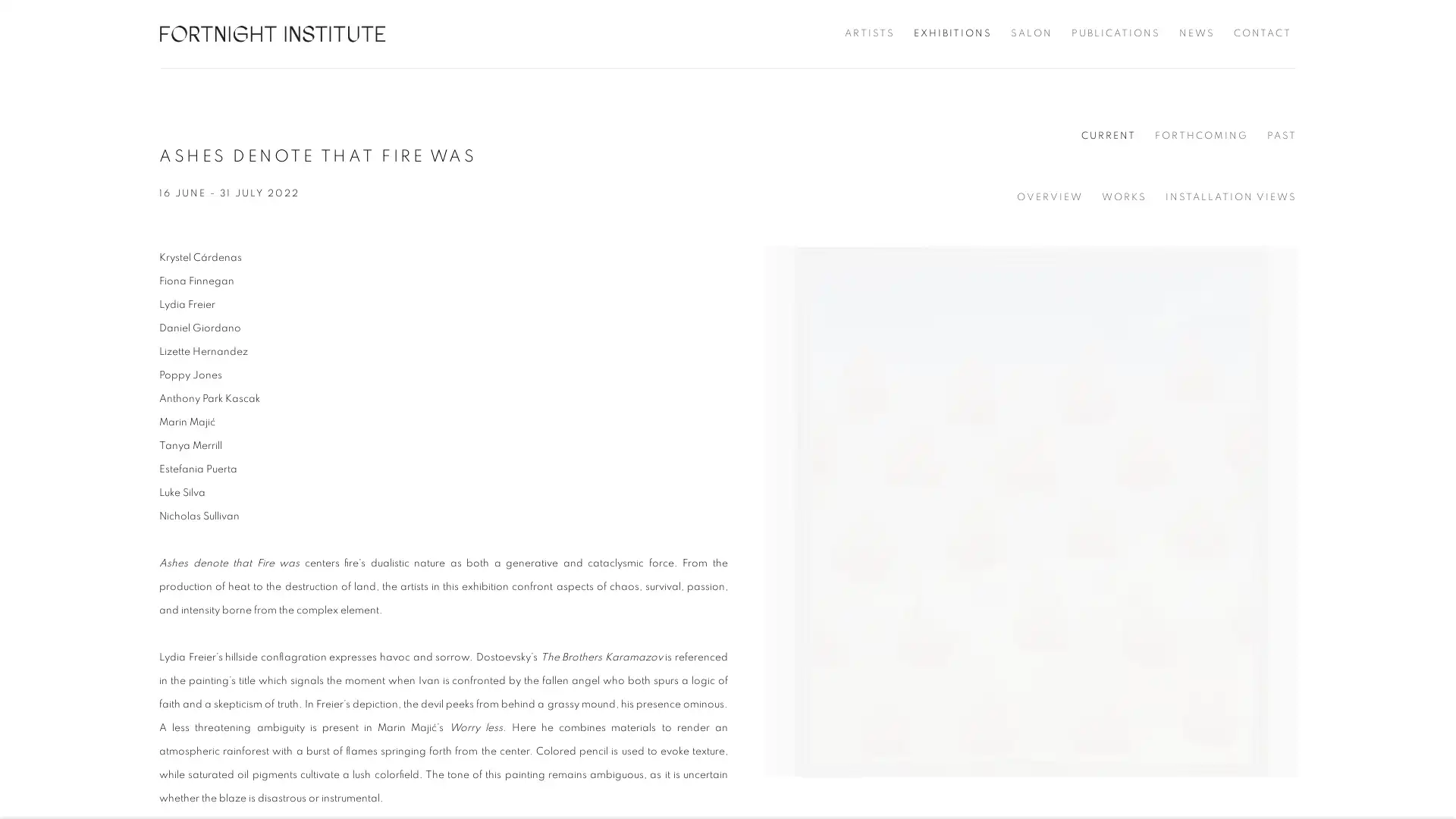 This screenshot has width=1456, height=819. What do you see at coordinates (1124, 199) in the screenshot?
I see `WORKS` at bounding box center [1124, 199].